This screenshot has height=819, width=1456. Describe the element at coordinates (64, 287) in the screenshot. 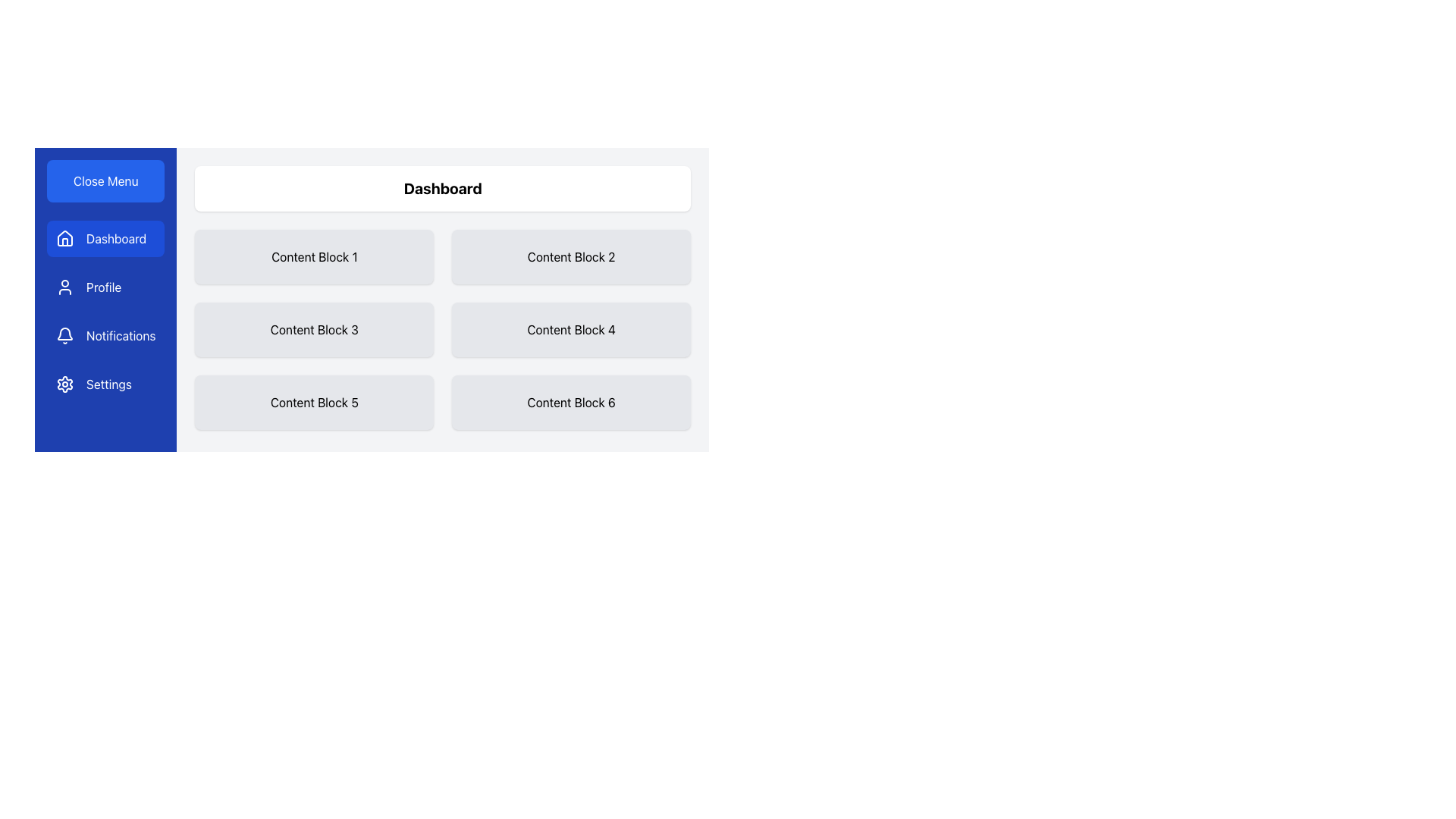

I see `the human silhouette icon in the Profile list item of the vertical side navigation menu` at that location.